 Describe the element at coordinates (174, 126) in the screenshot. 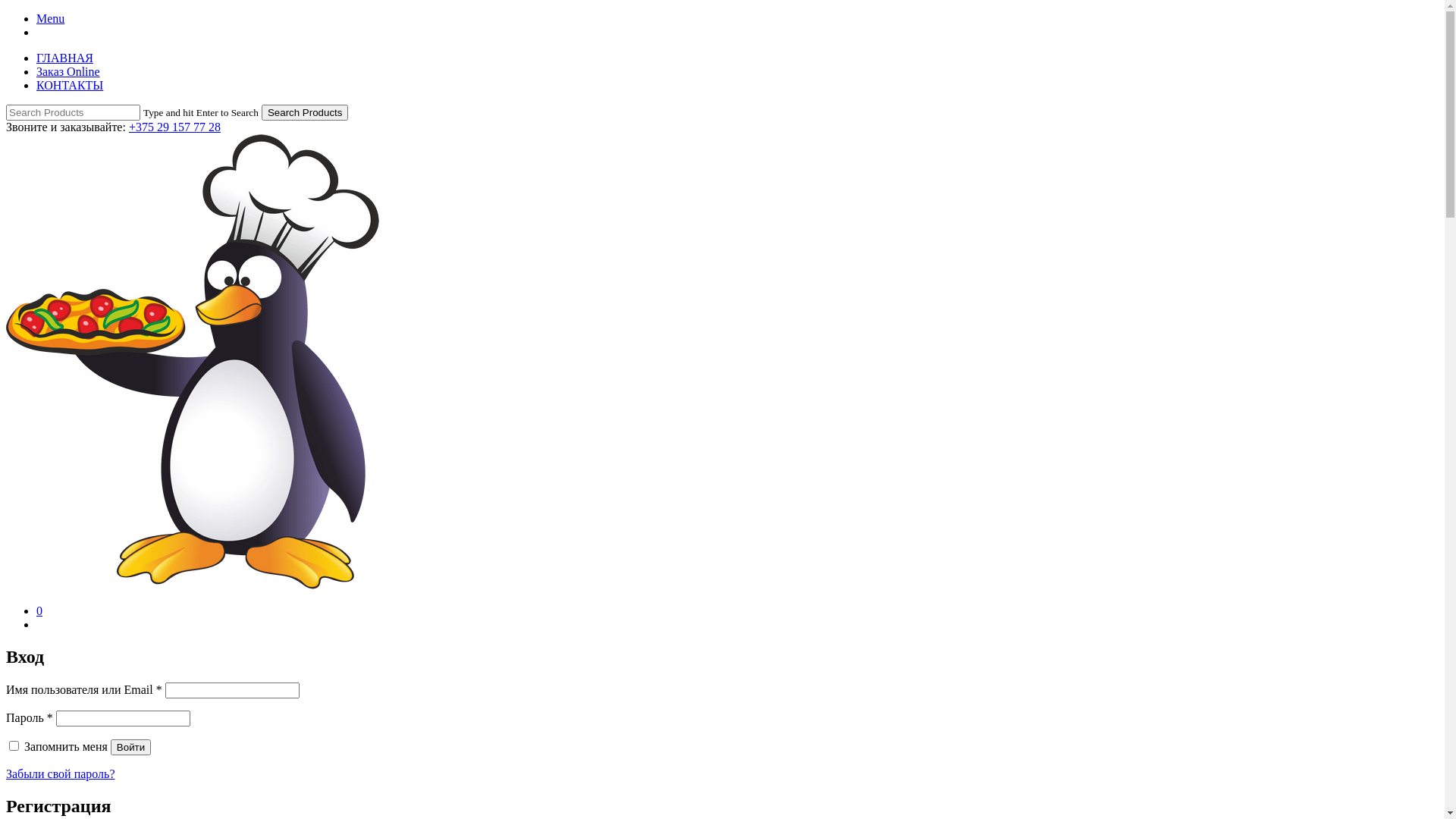

I see `'+375 29 157 77 28'` at that location.